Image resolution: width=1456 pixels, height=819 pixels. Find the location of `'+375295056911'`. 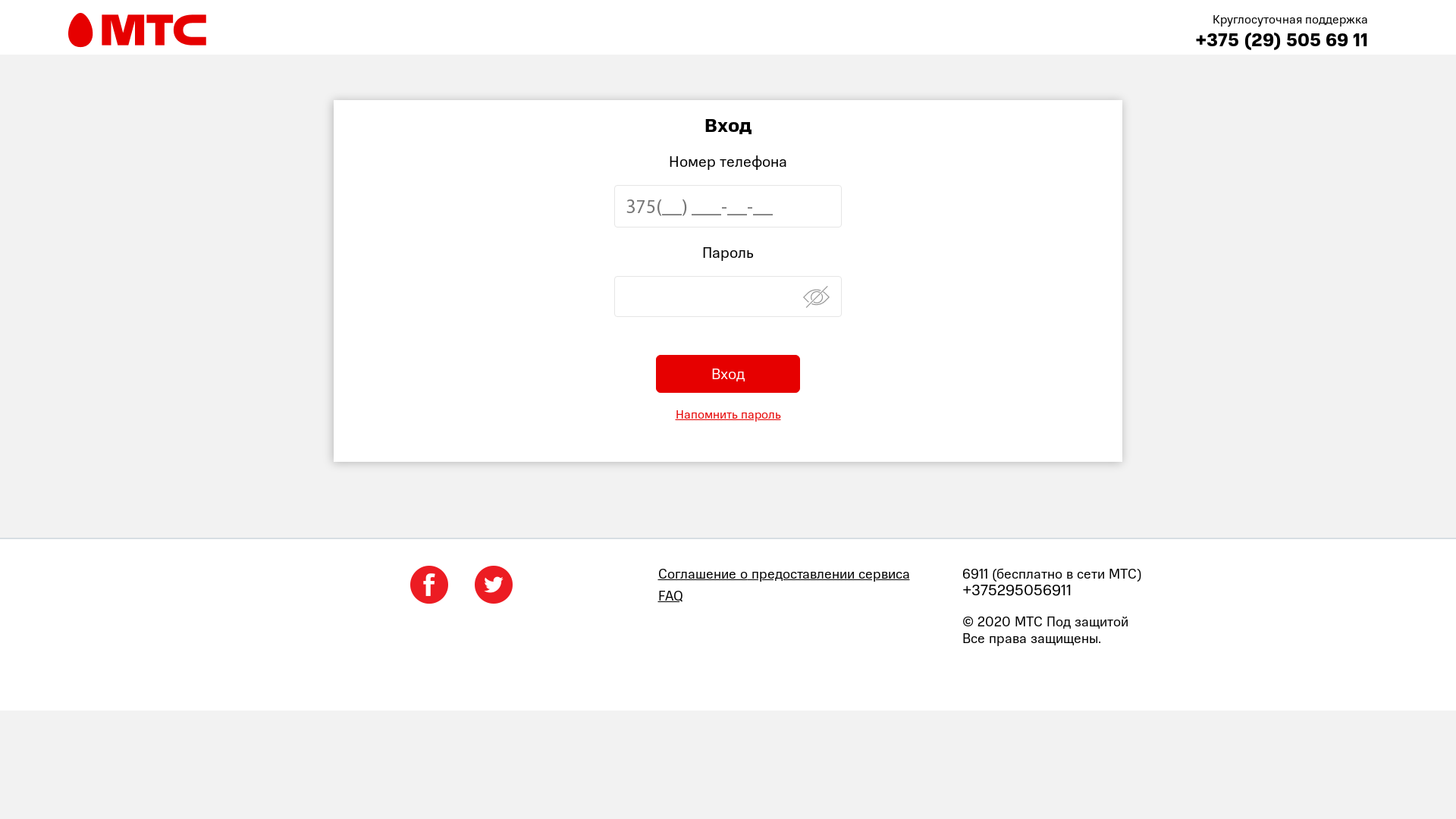

'+375295056911' is located at coordinates (961, 590).